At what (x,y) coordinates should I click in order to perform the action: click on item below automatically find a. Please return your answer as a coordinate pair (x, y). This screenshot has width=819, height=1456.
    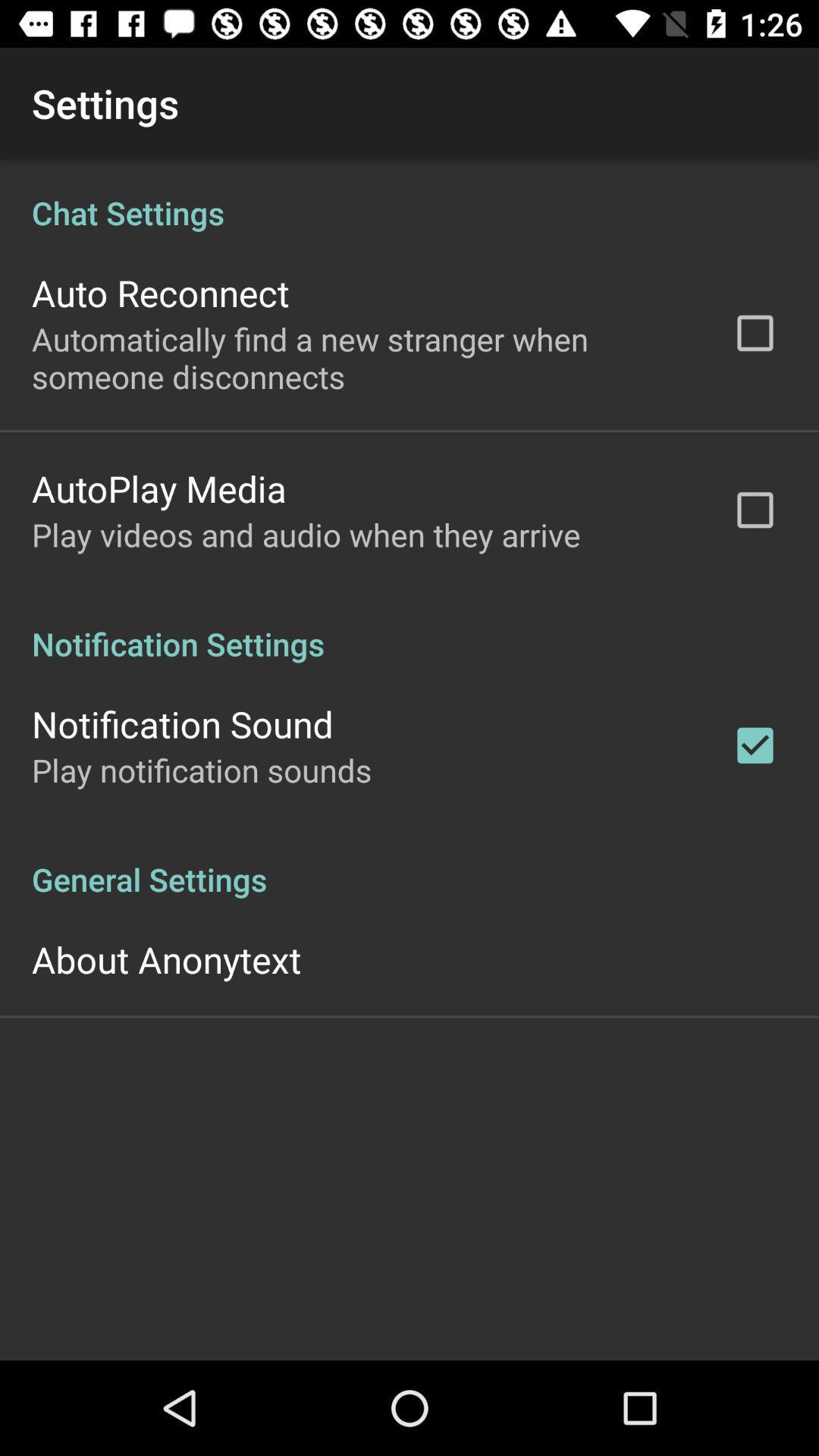
    Looking at the image, I should click on (158, 488).